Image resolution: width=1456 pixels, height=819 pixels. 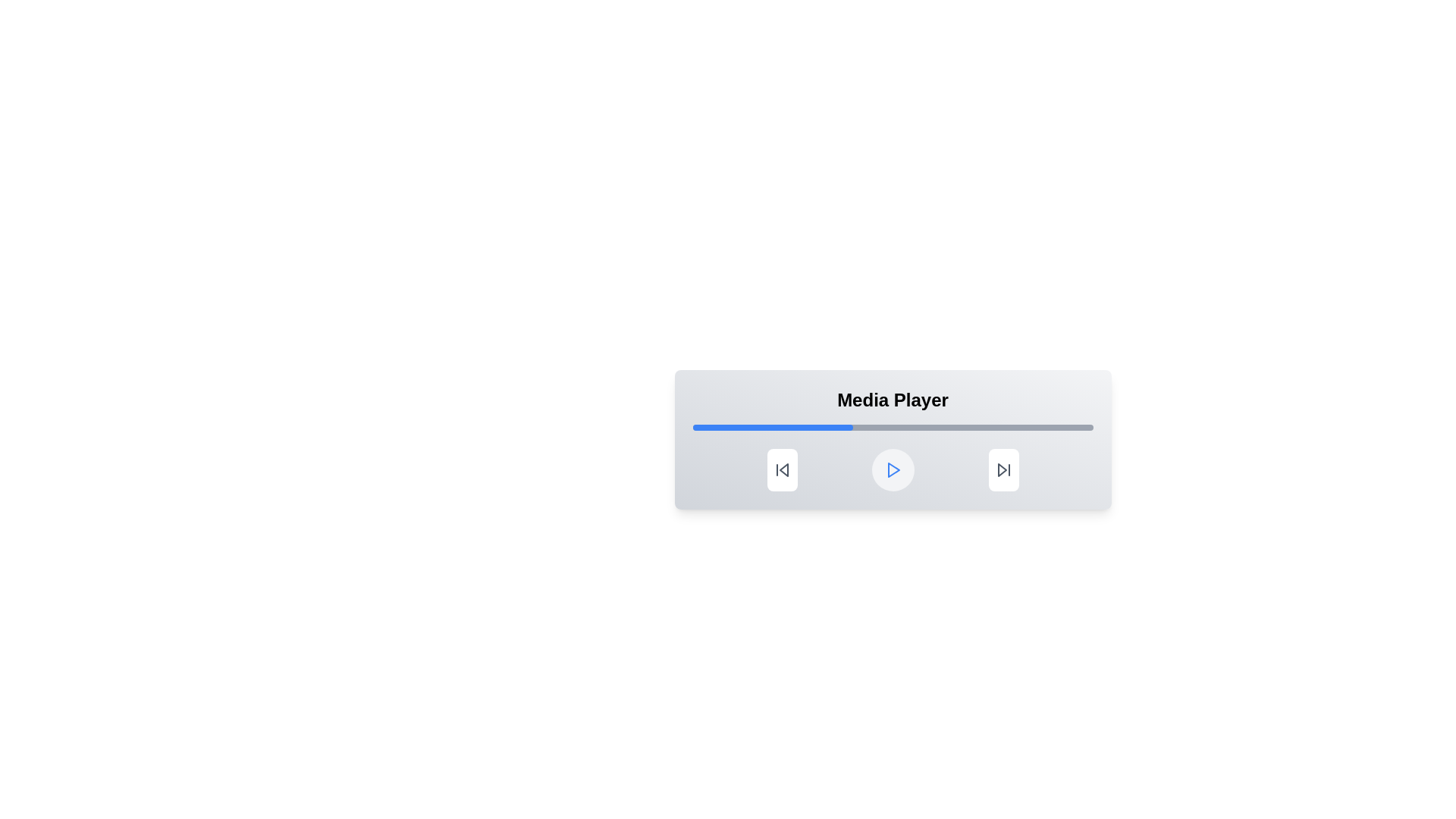 I want to click on the progress bar, so click(x=908, y=427).